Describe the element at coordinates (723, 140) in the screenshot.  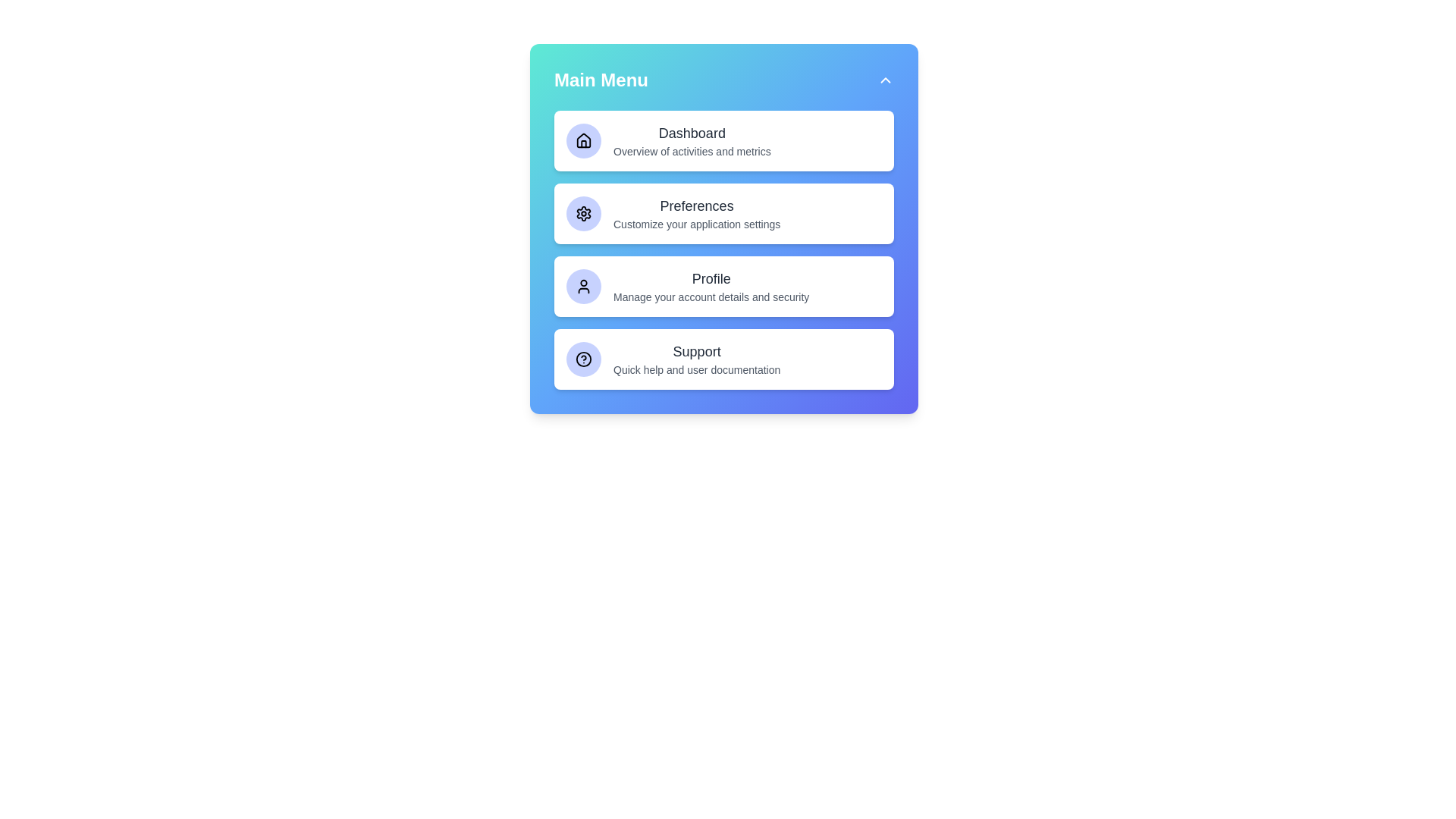
I see `the menu option Dashboard to reveal its details` at that location.